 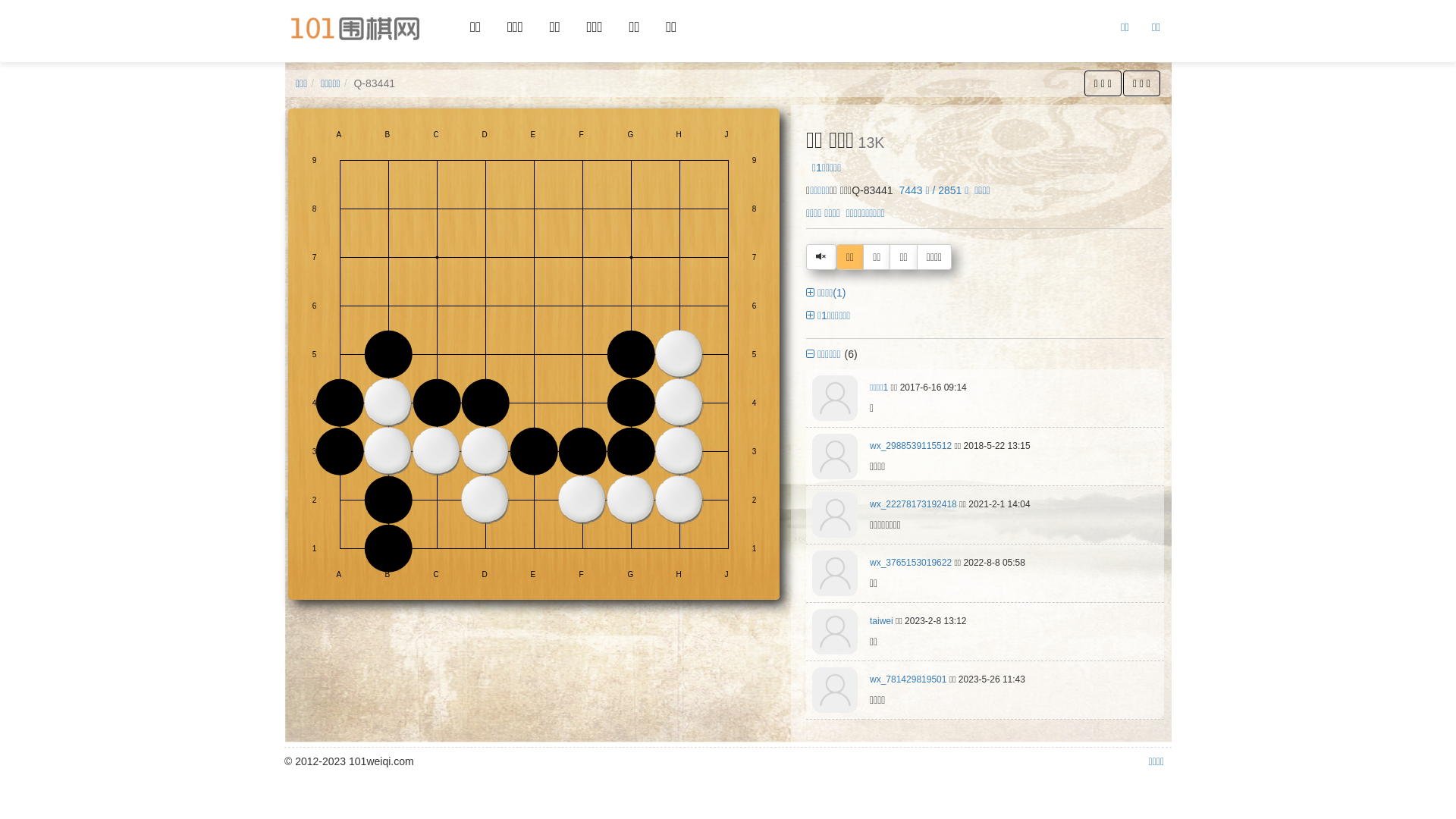 I want to click on 'wx_2988539115512', so click(x=910, y=444).